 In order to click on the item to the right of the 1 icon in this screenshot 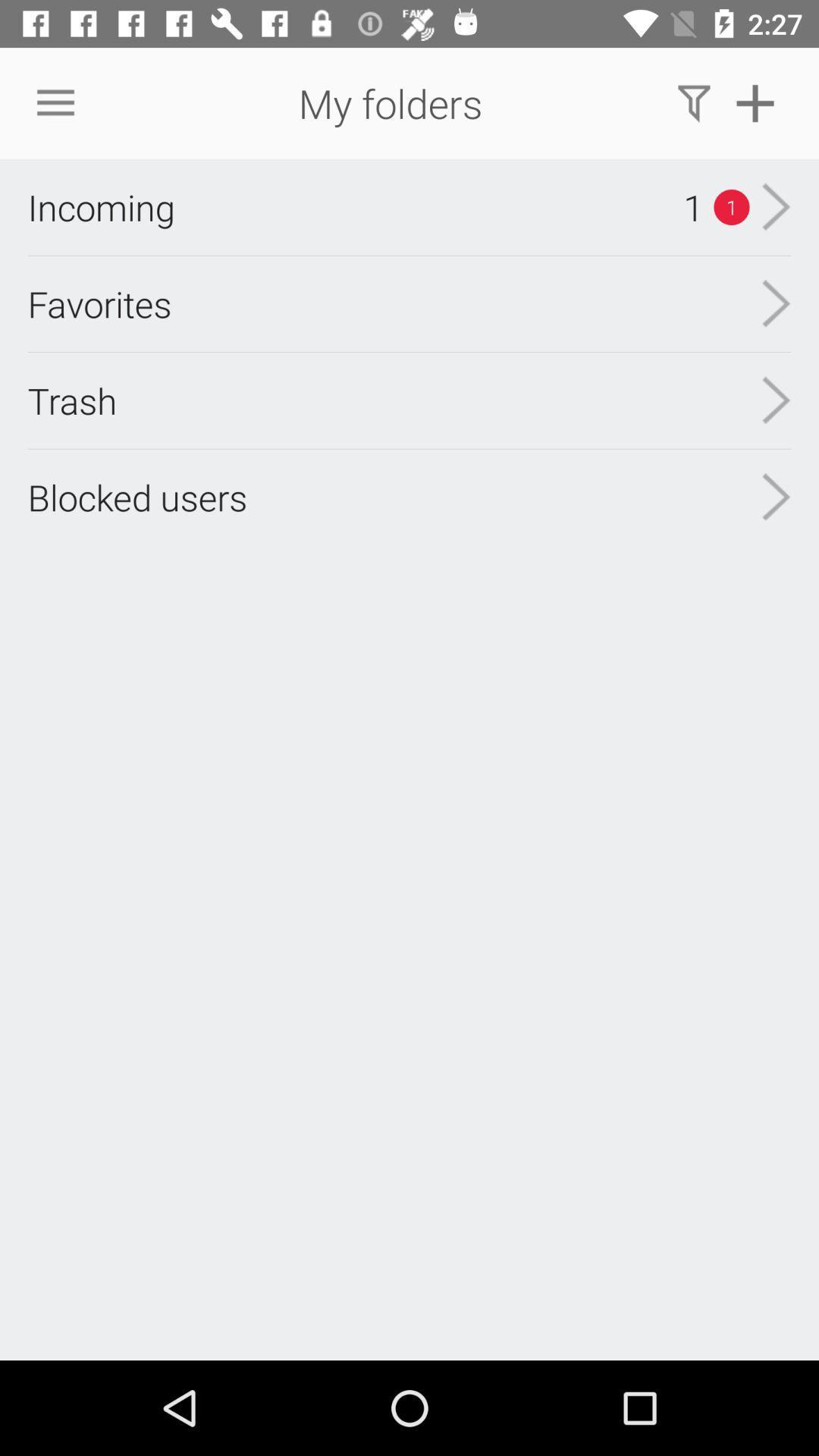, I will do `click(776, 206)`.